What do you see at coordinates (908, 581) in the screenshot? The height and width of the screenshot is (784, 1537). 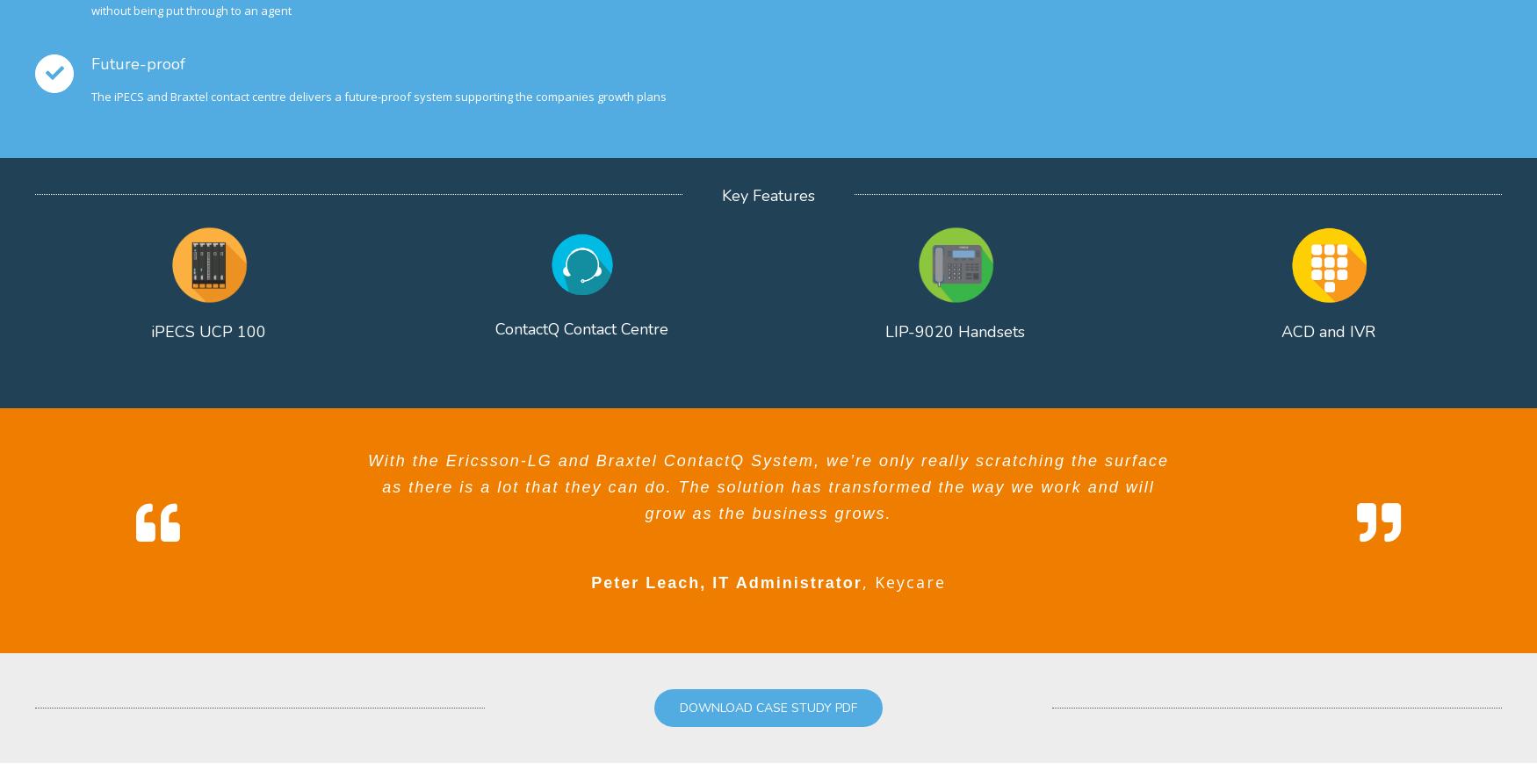 I see `'Keycare'` at bounding box center [908, 581].